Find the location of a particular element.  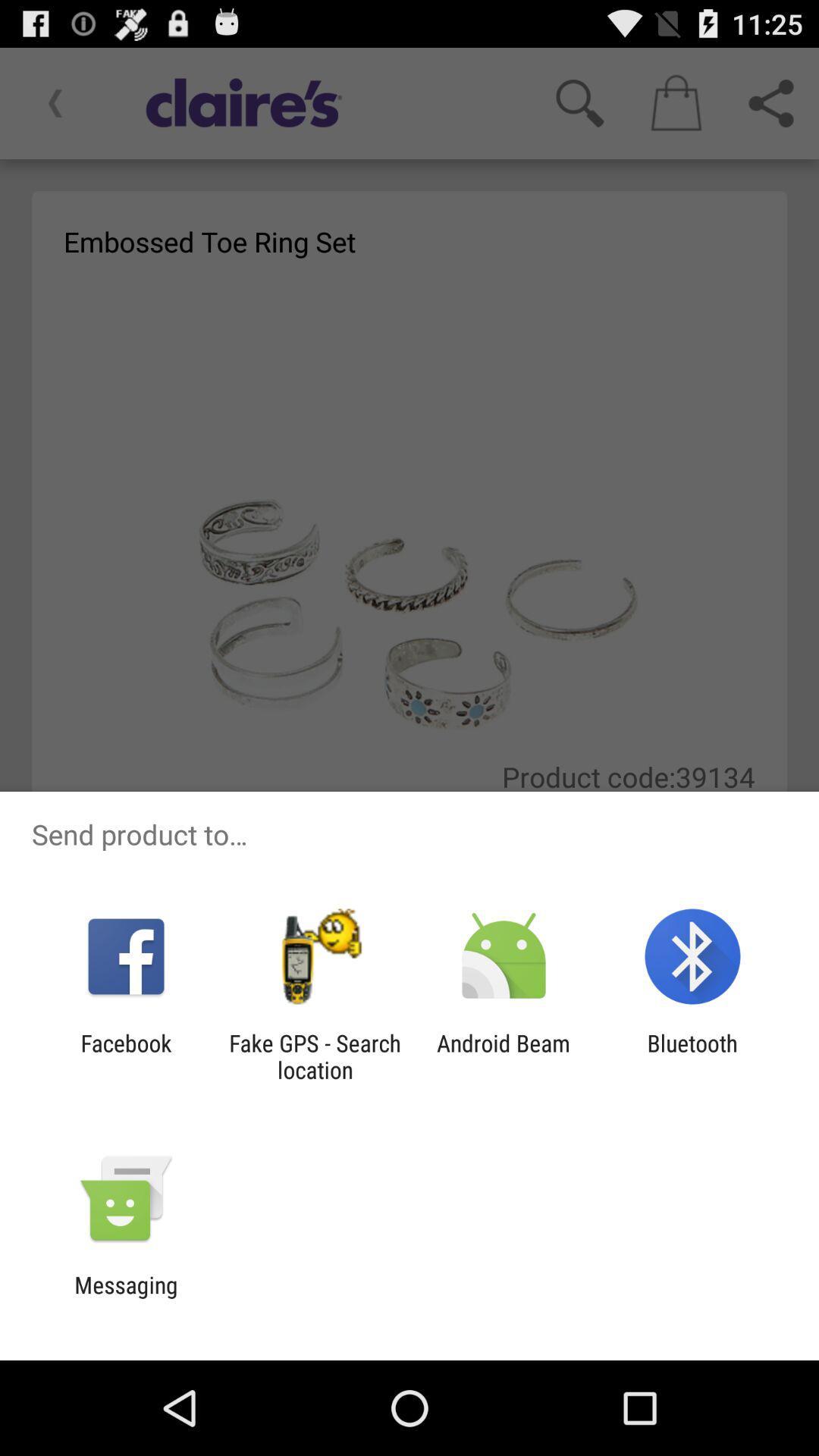

the app to the right of android beam item is located at coordinates (692, 1056).